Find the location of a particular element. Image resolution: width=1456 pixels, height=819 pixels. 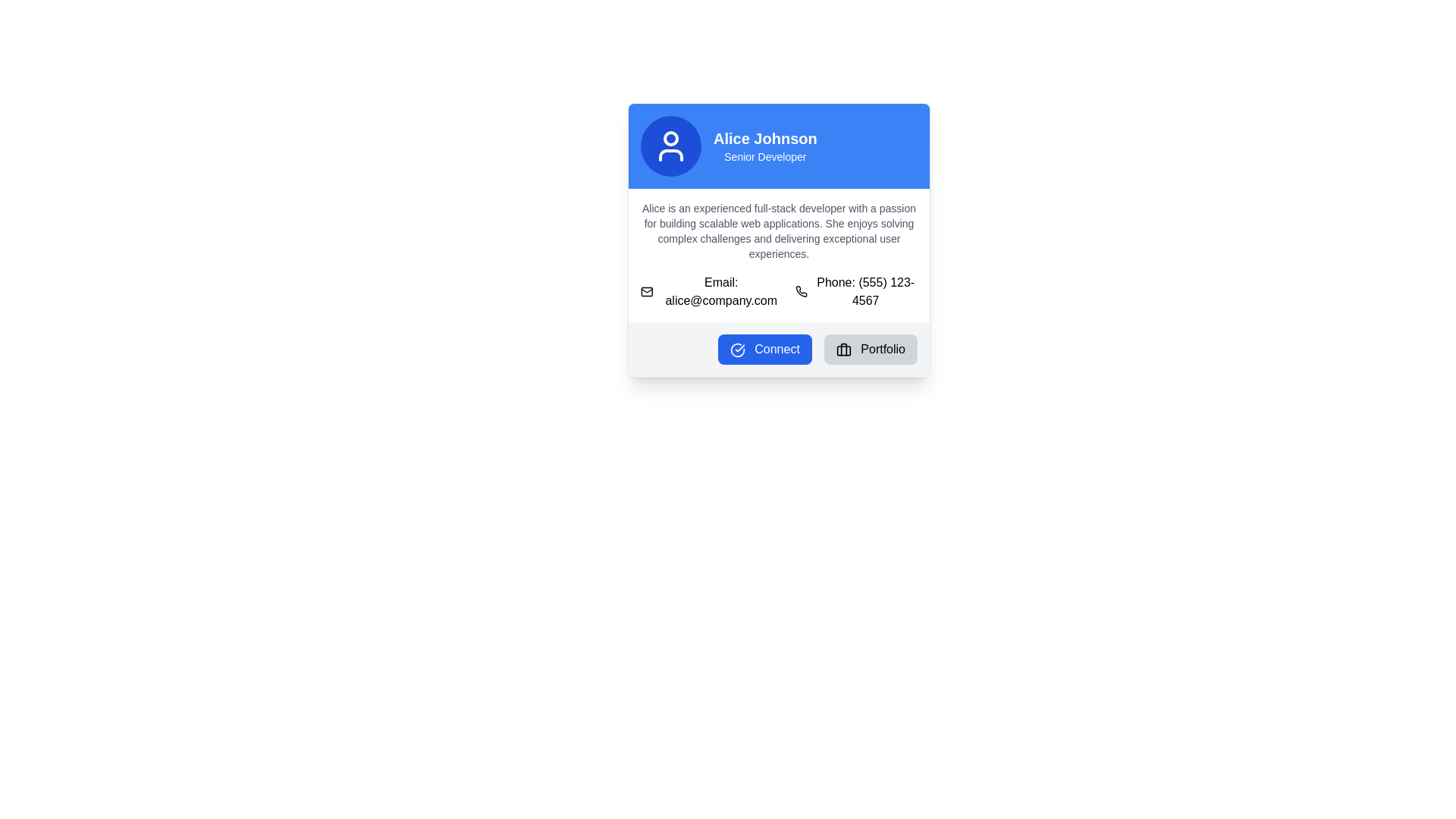

the static content element displaying the phone number 'Phone: (555) 123-4567' located to the right of the email label is located at coordinates (856, 292).